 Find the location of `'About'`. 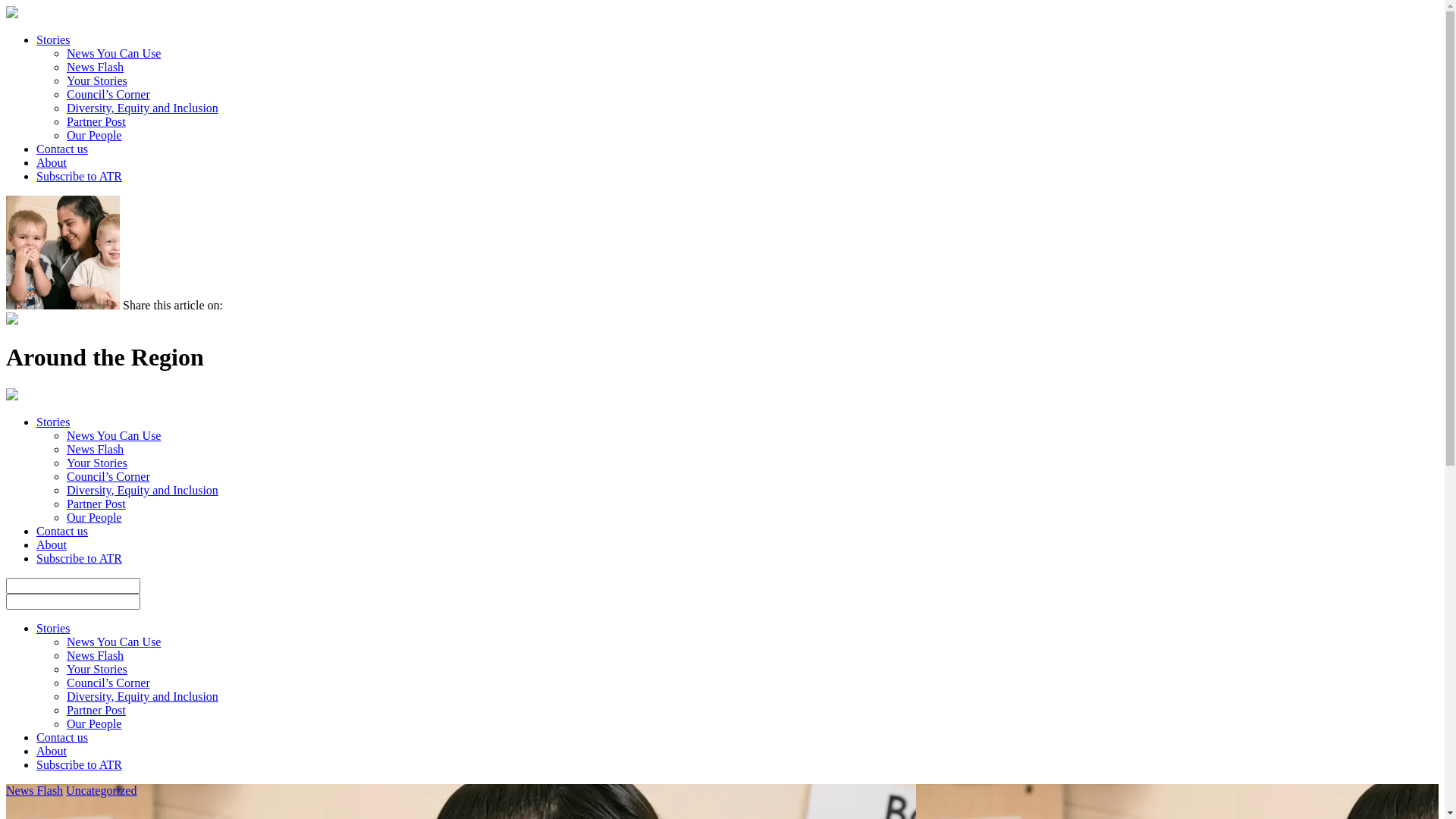

'About' is located at coordinates (51, 162).